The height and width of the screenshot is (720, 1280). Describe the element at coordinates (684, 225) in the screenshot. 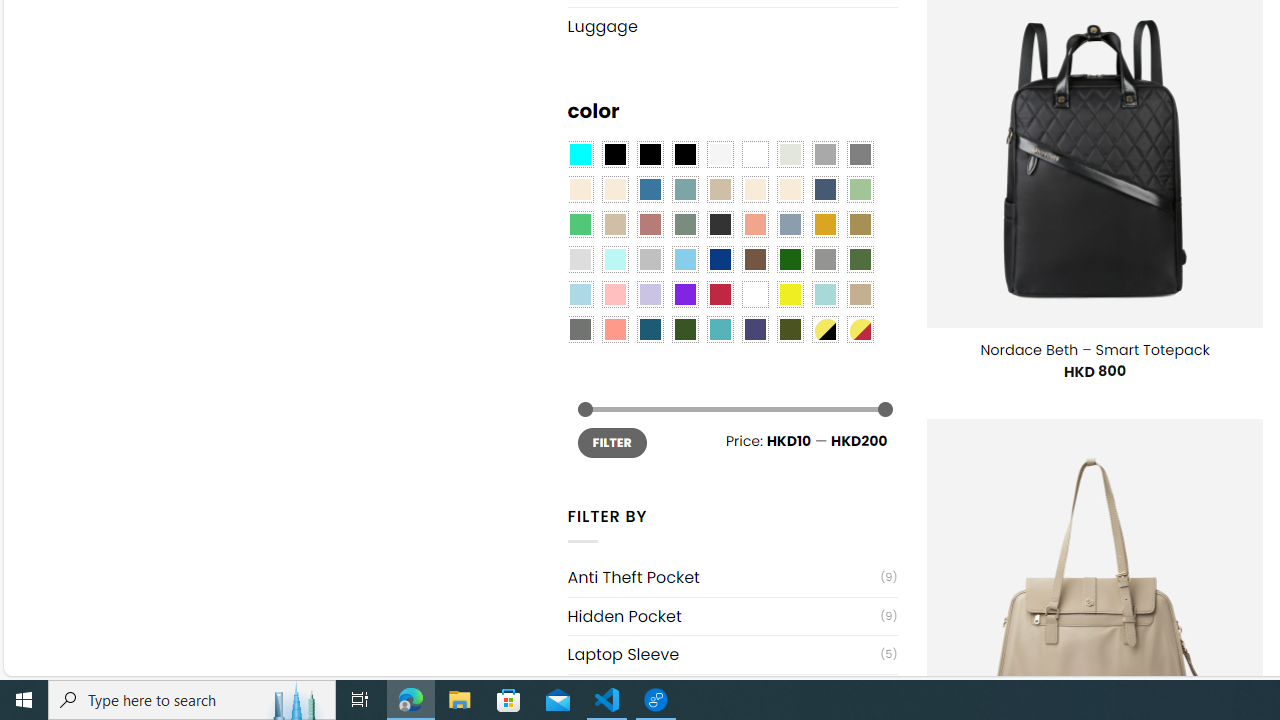

I see `'Sage'` at that location.